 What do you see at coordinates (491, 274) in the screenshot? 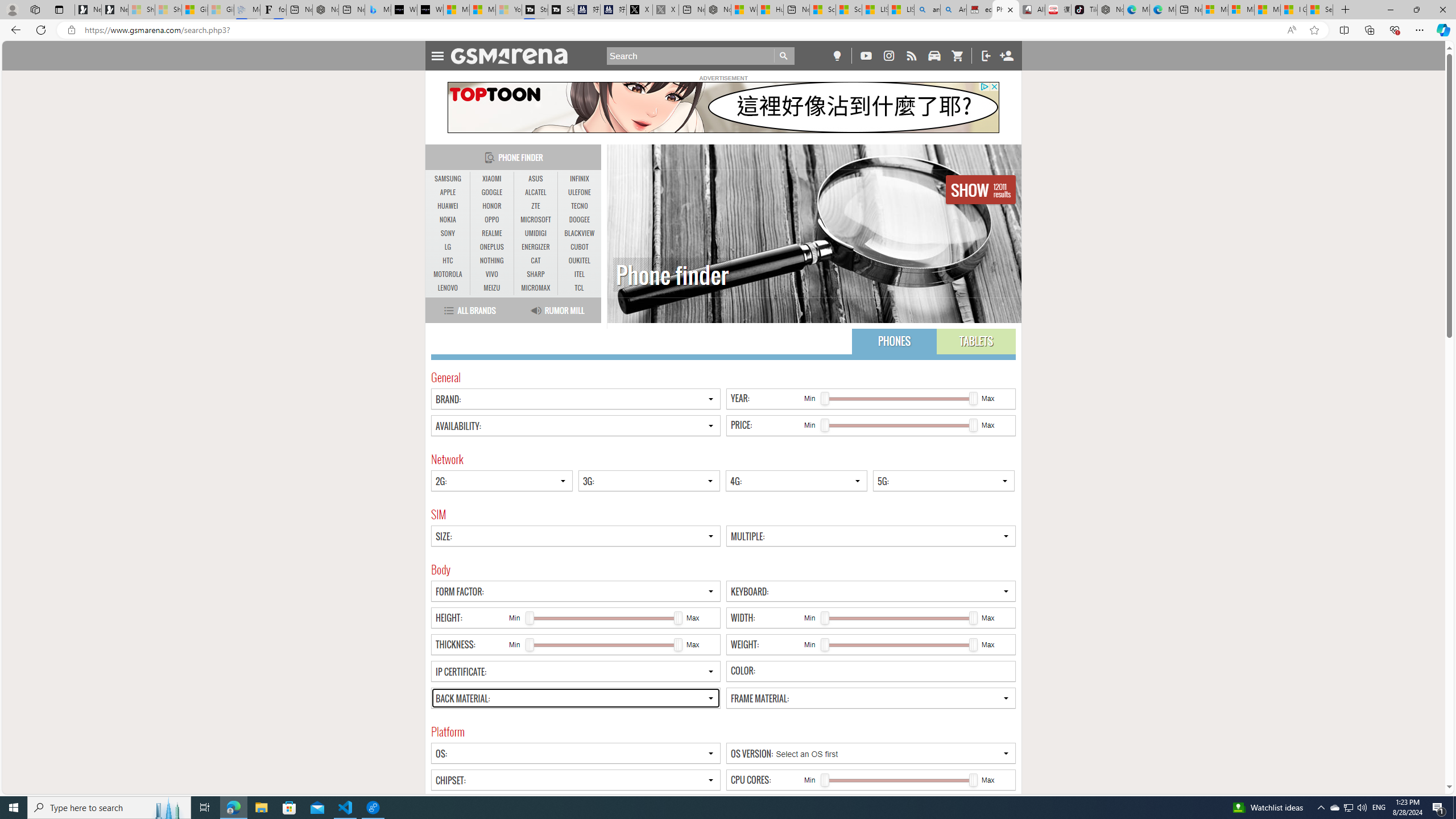
I see `'VIVO'` at bounding box center [491, 274].